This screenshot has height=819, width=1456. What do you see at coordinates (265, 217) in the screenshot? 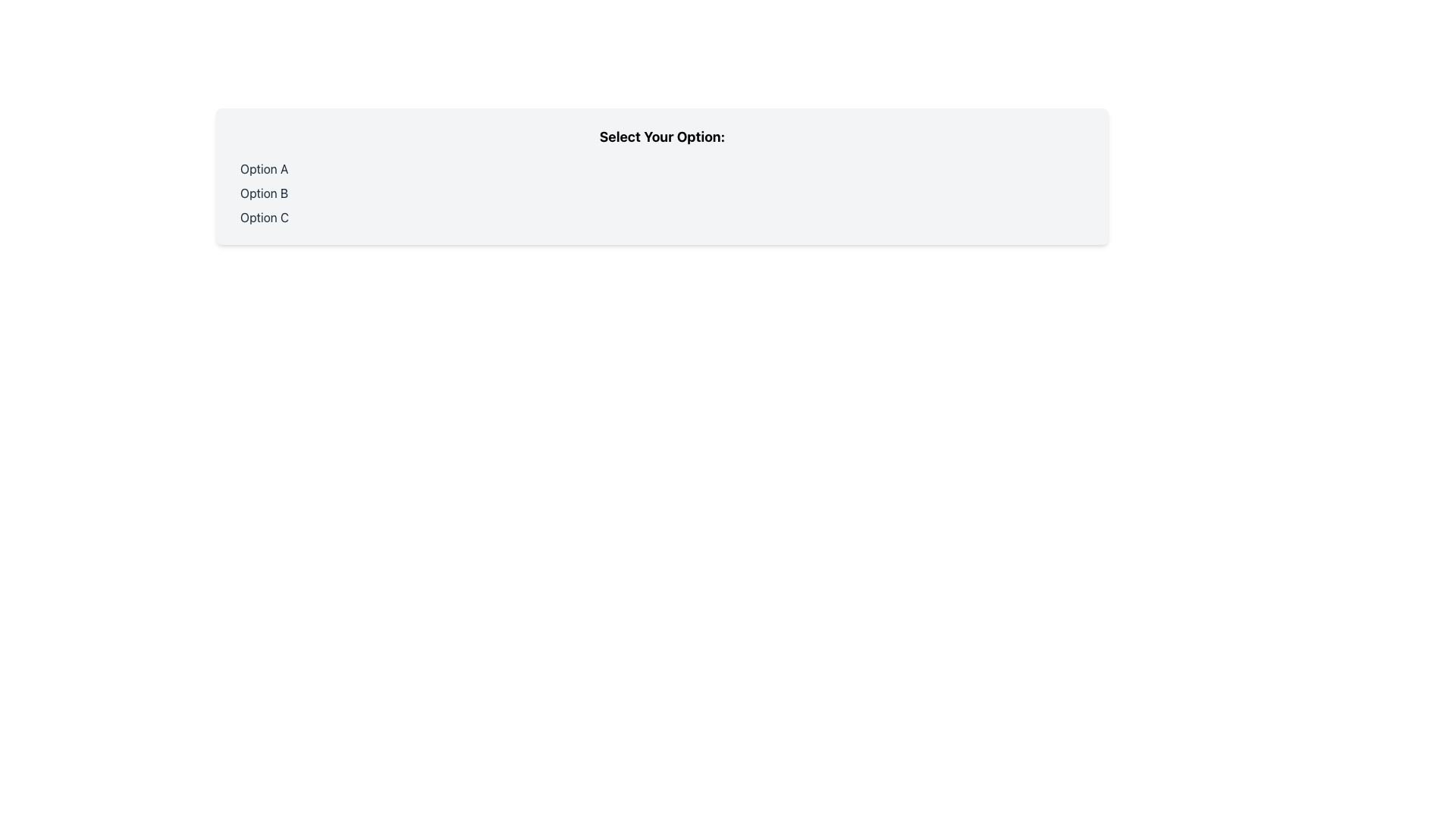
I see `the text label for the third selectable option in a vertical list, which is positioned under 'Option A' and 'Option B'` at bounding box center [265, 217].